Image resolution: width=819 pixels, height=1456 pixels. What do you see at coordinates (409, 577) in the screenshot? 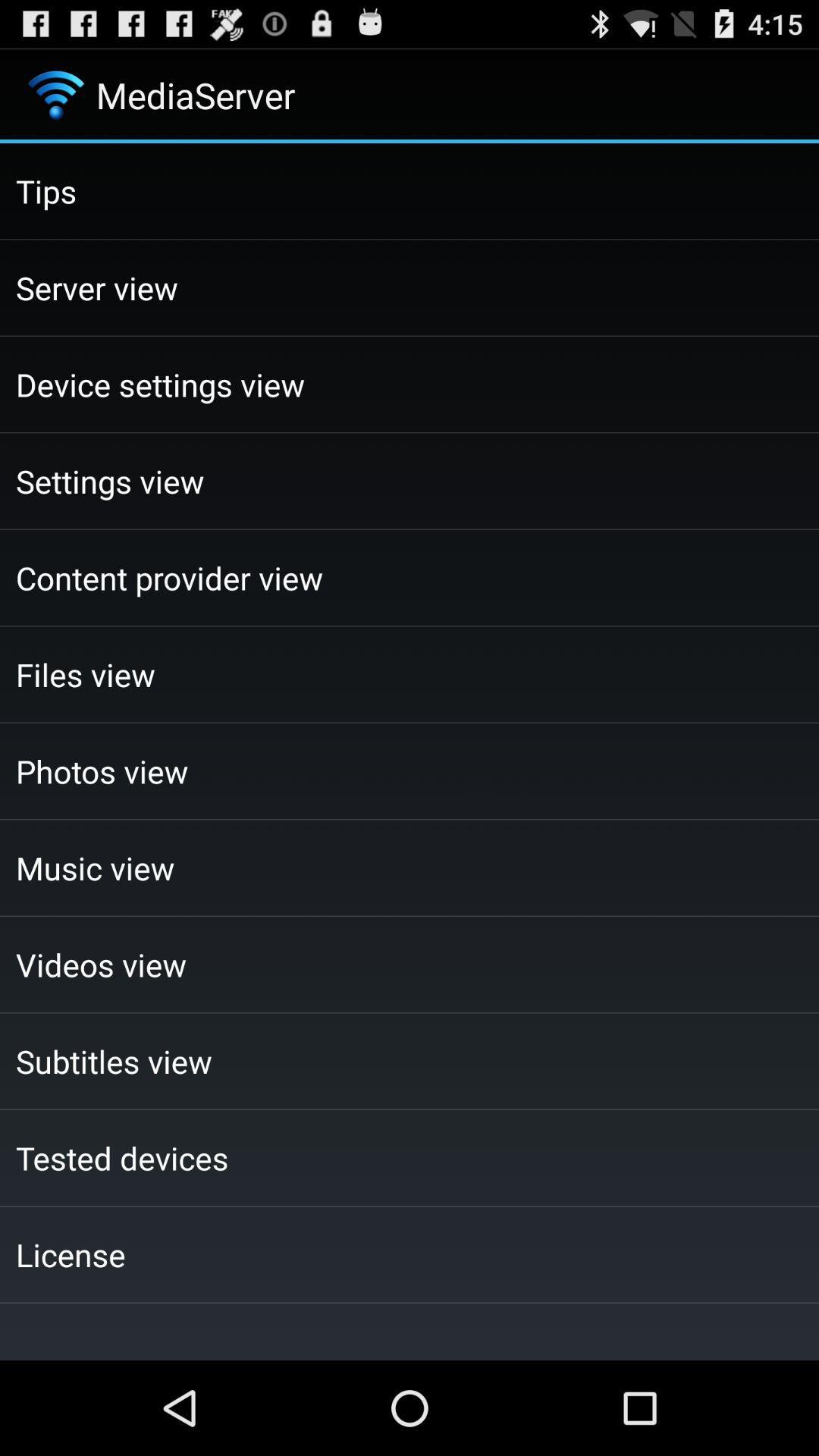
I see `item above the files view item` at bounding box center [409, 577].